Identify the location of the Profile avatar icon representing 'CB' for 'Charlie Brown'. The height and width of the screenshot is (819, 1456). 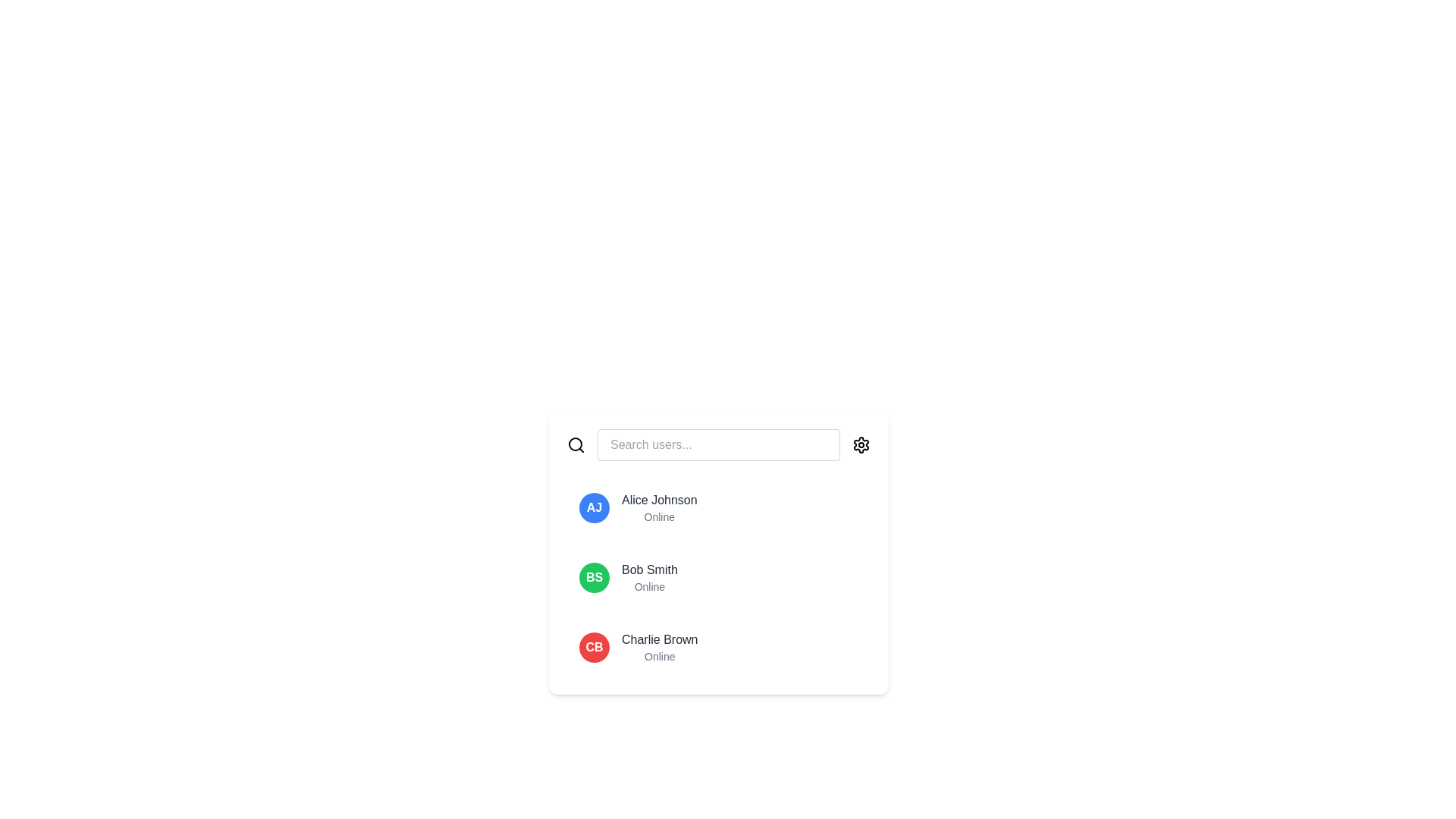
(593, 647).